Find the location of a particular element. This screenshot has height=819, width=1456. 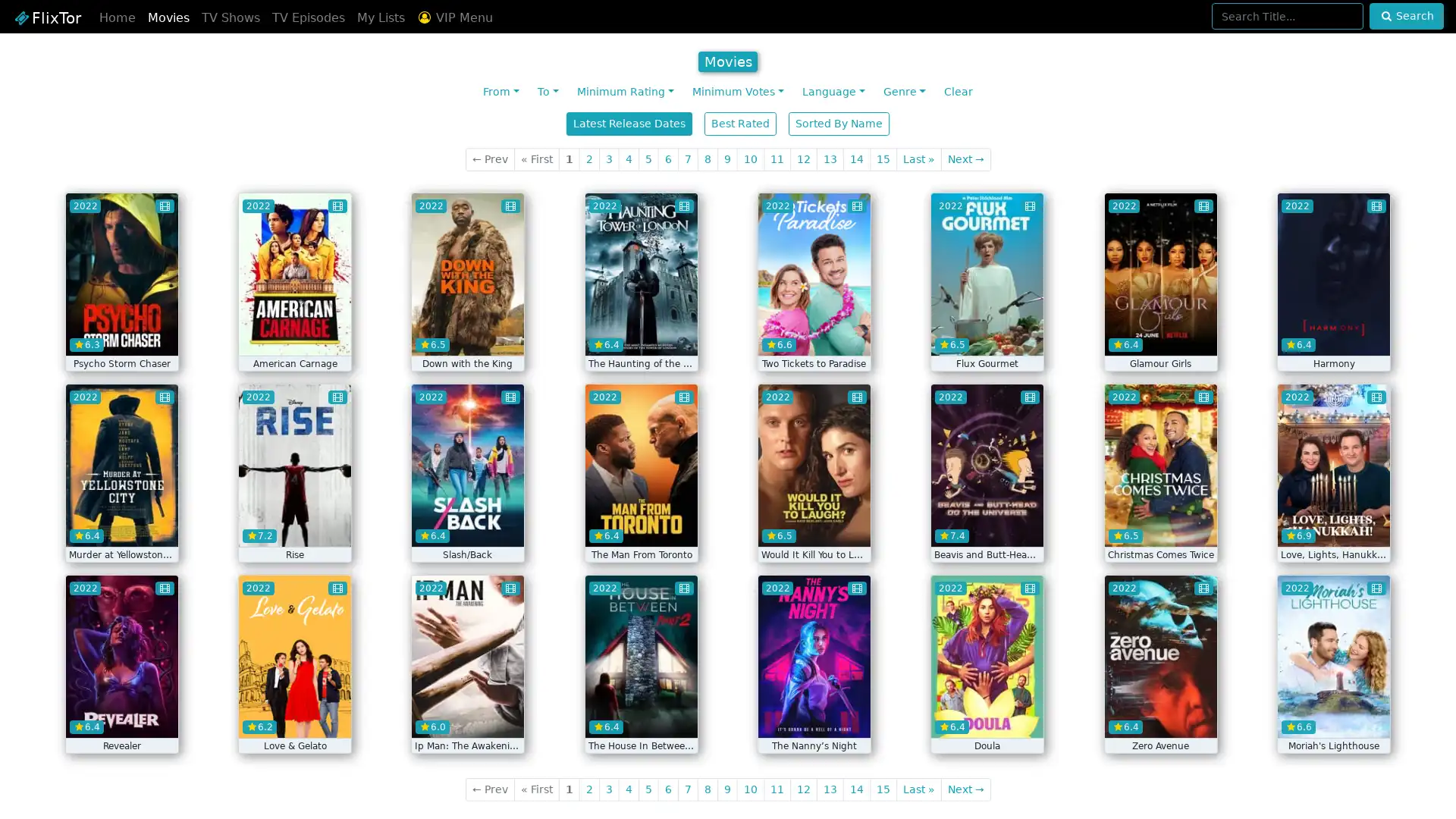

Search is located at coordinates (1405, 16).